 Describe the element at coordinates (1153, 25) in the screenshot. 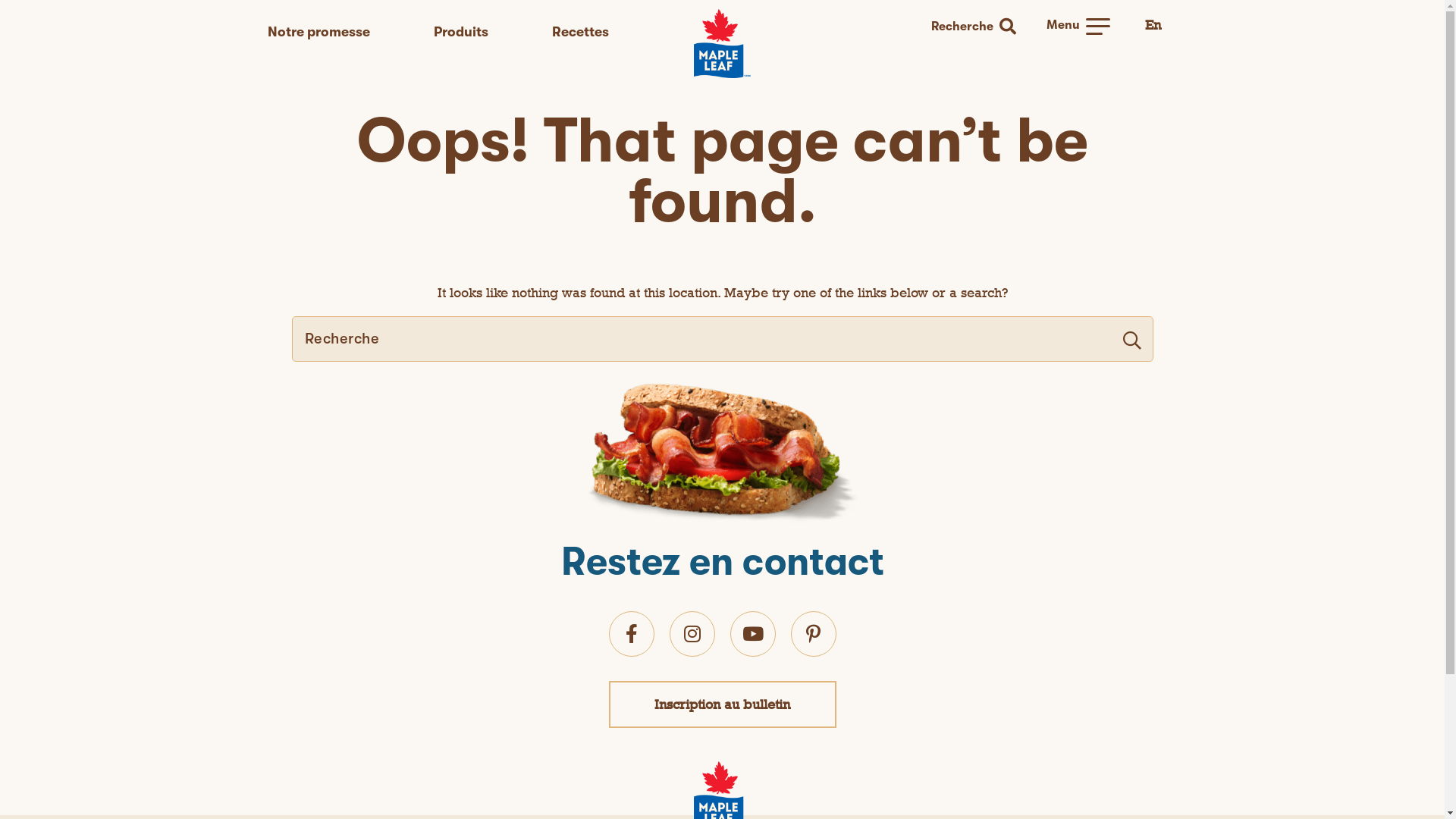

I see `'En'` at that location.